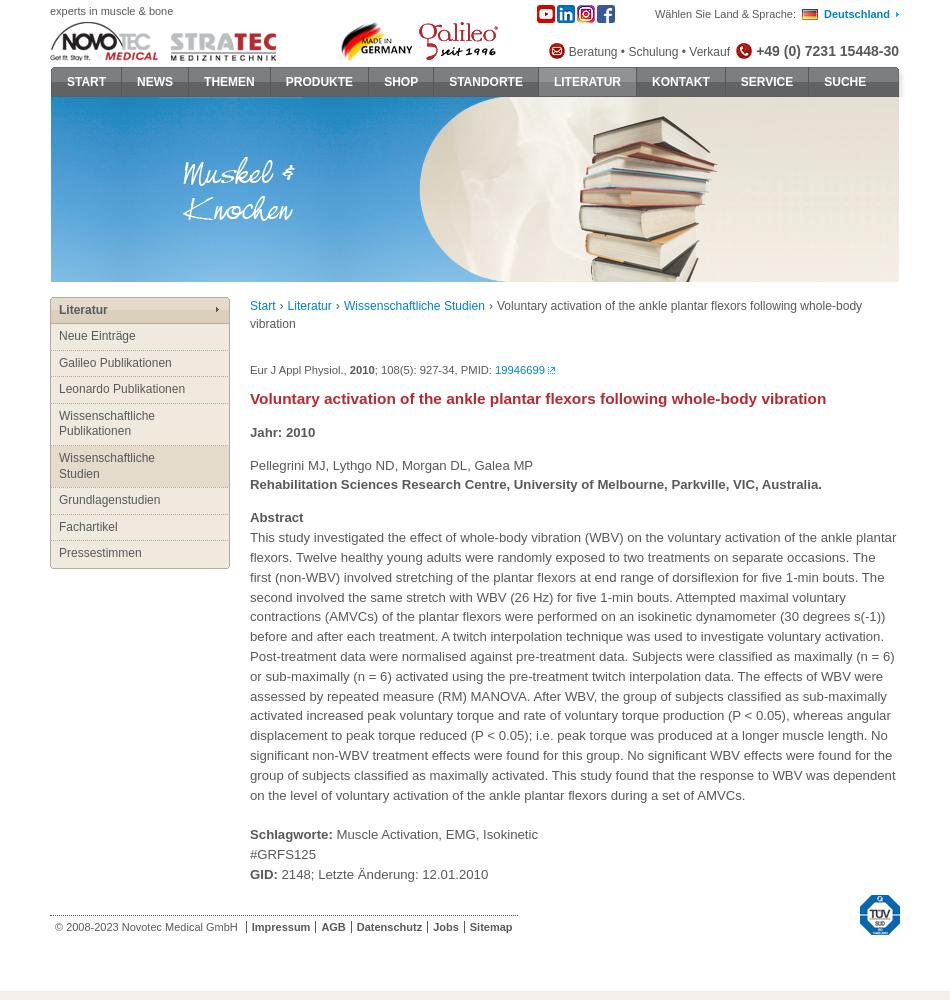  What do you see at coordinates (262, 872) in the screenshot?
I see `'GID:'` at bounding box center [262, 872].